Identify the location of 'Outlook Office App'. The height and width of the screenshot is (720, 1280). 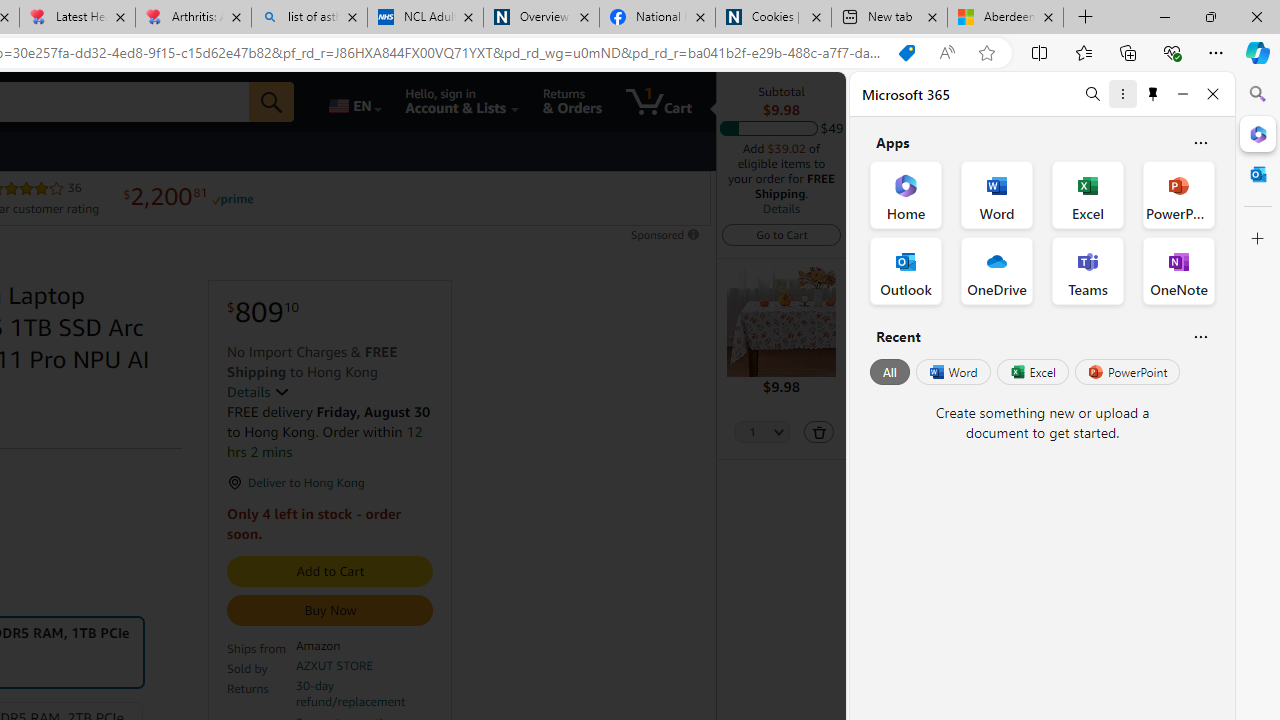
(905, 271).